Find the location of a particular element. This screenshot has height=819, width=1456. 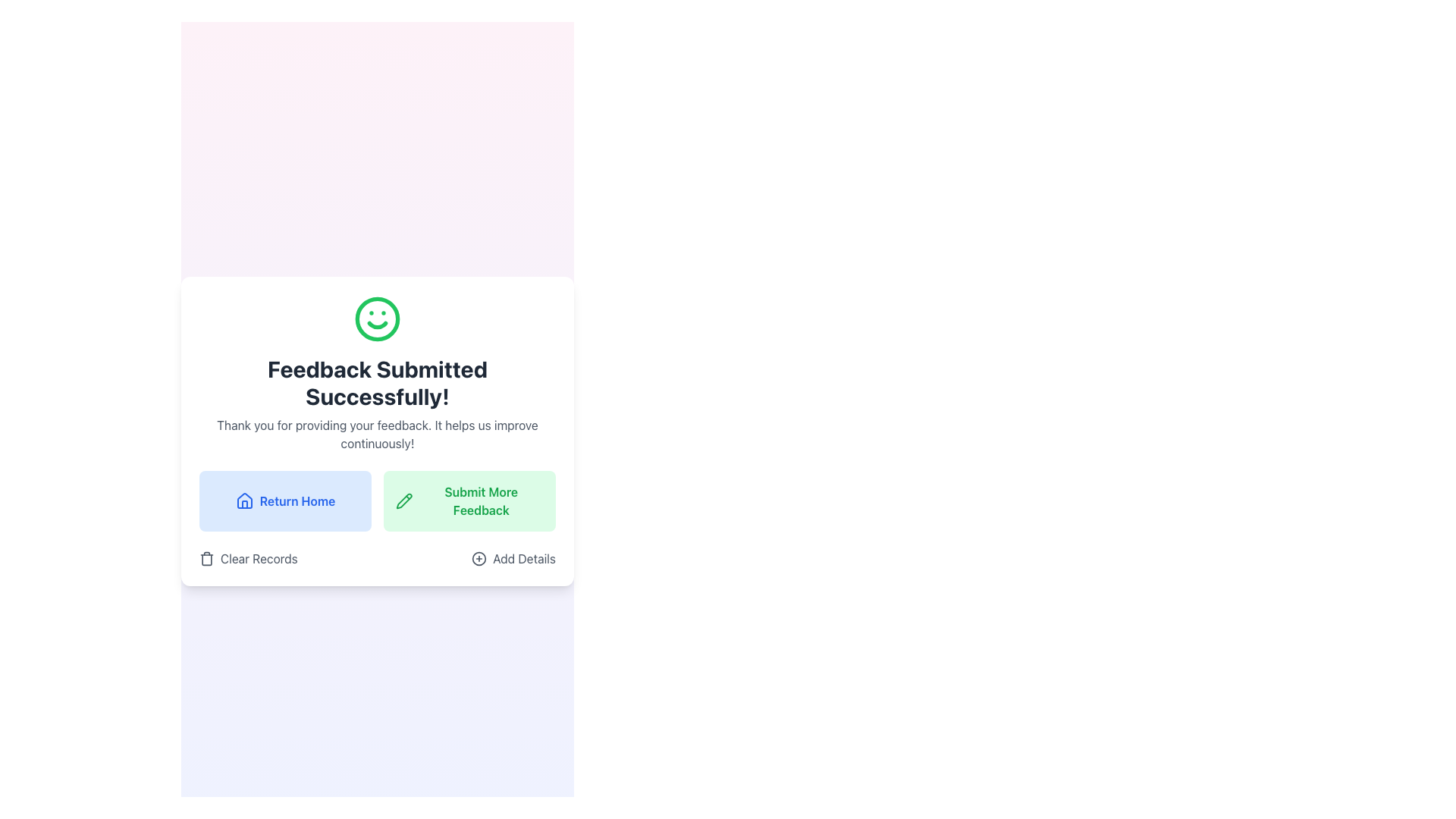

the smile segment of the 'lucide-smile' SVG icon located at the top center of the feedback confirmation modal to indicate positive feedback submission is located at coordinates (378, 324).